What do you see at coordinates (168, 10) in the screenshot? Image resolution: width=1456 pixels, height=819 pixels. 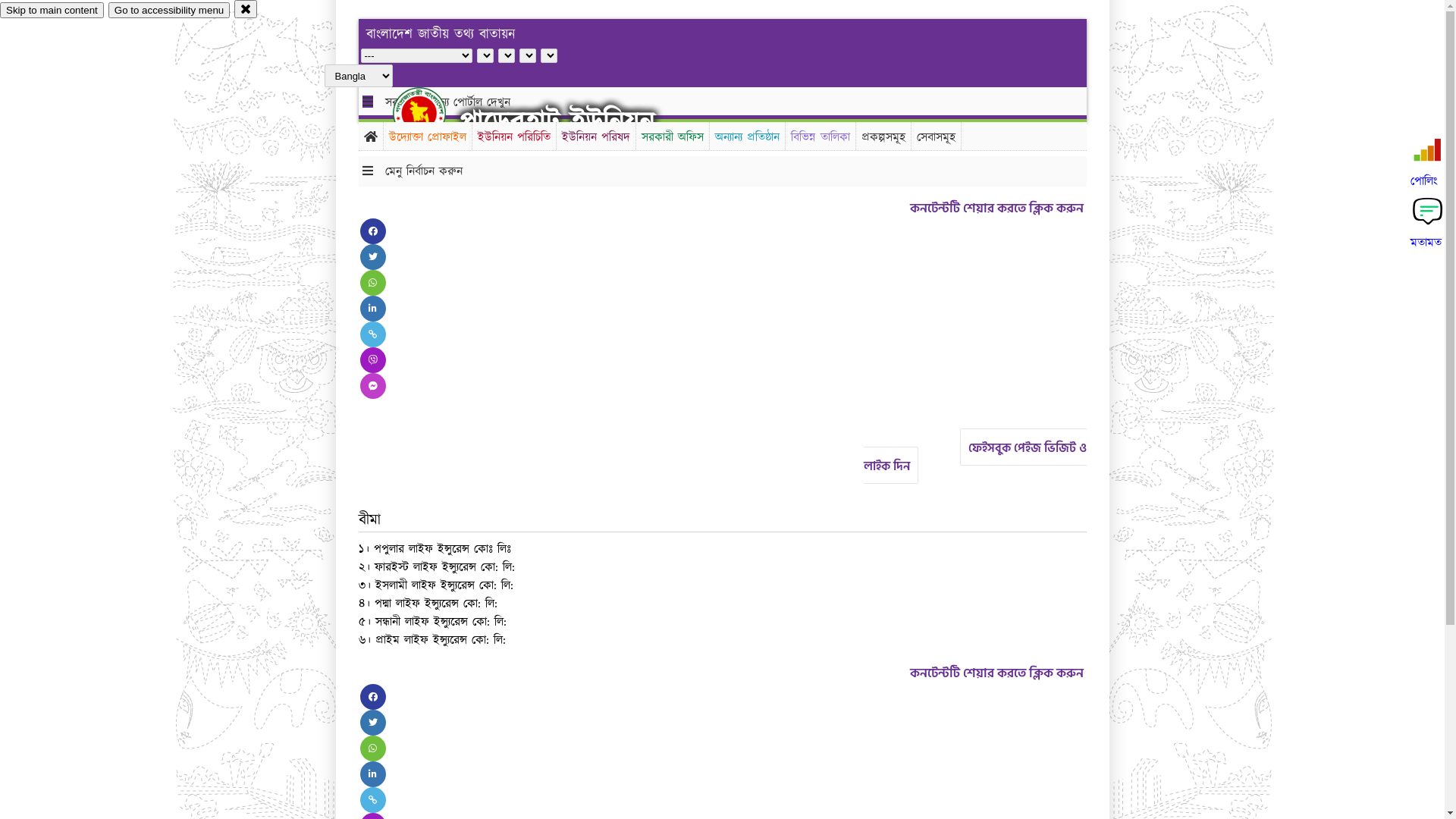 I see `'Go to accessibility menu'` at bounding box center [168, 10].